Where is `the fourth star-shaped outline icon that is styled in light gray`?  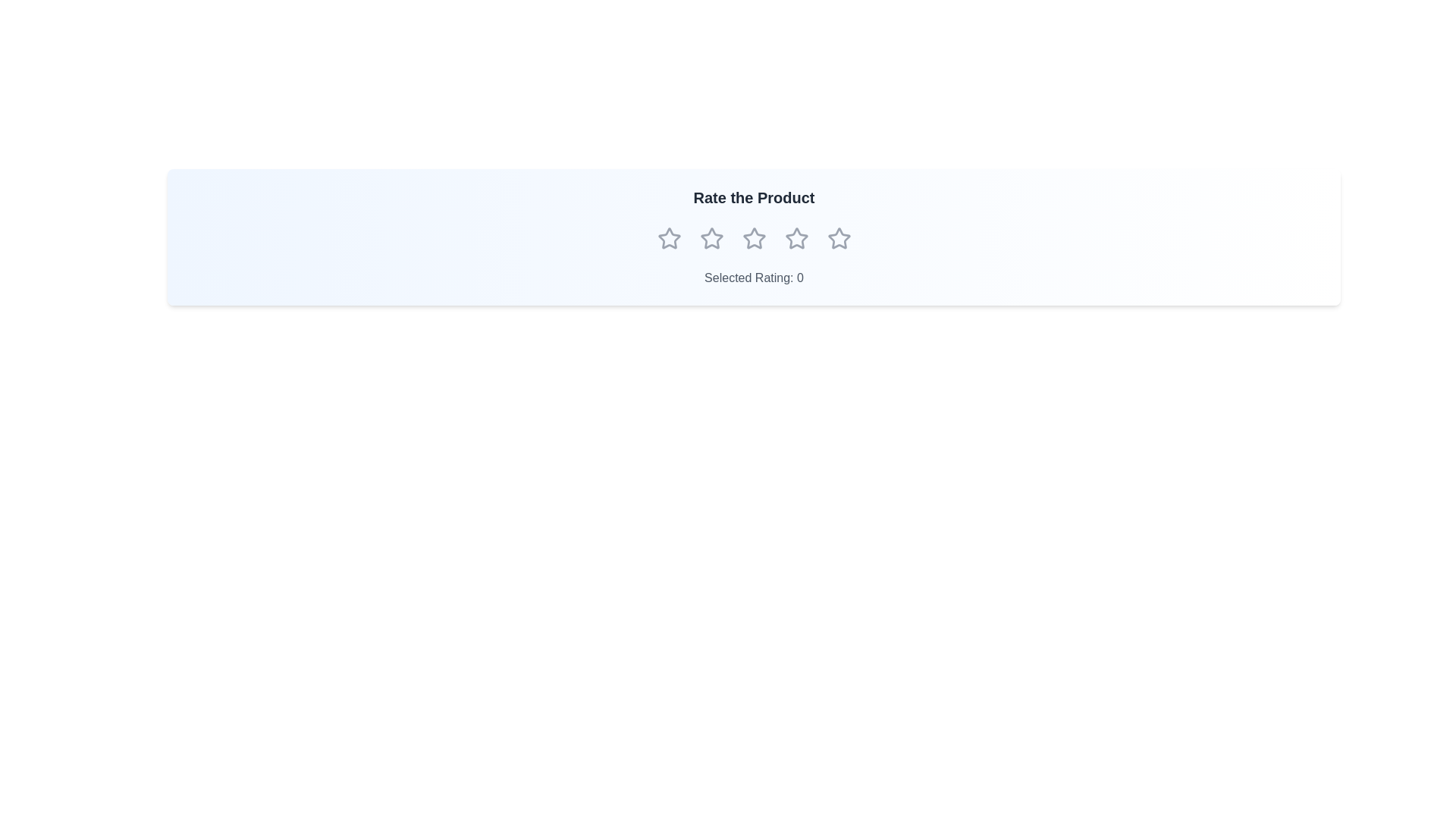
the fourth star-shaped outline icon that is styled in light gray is located at coordinates (795, 239).